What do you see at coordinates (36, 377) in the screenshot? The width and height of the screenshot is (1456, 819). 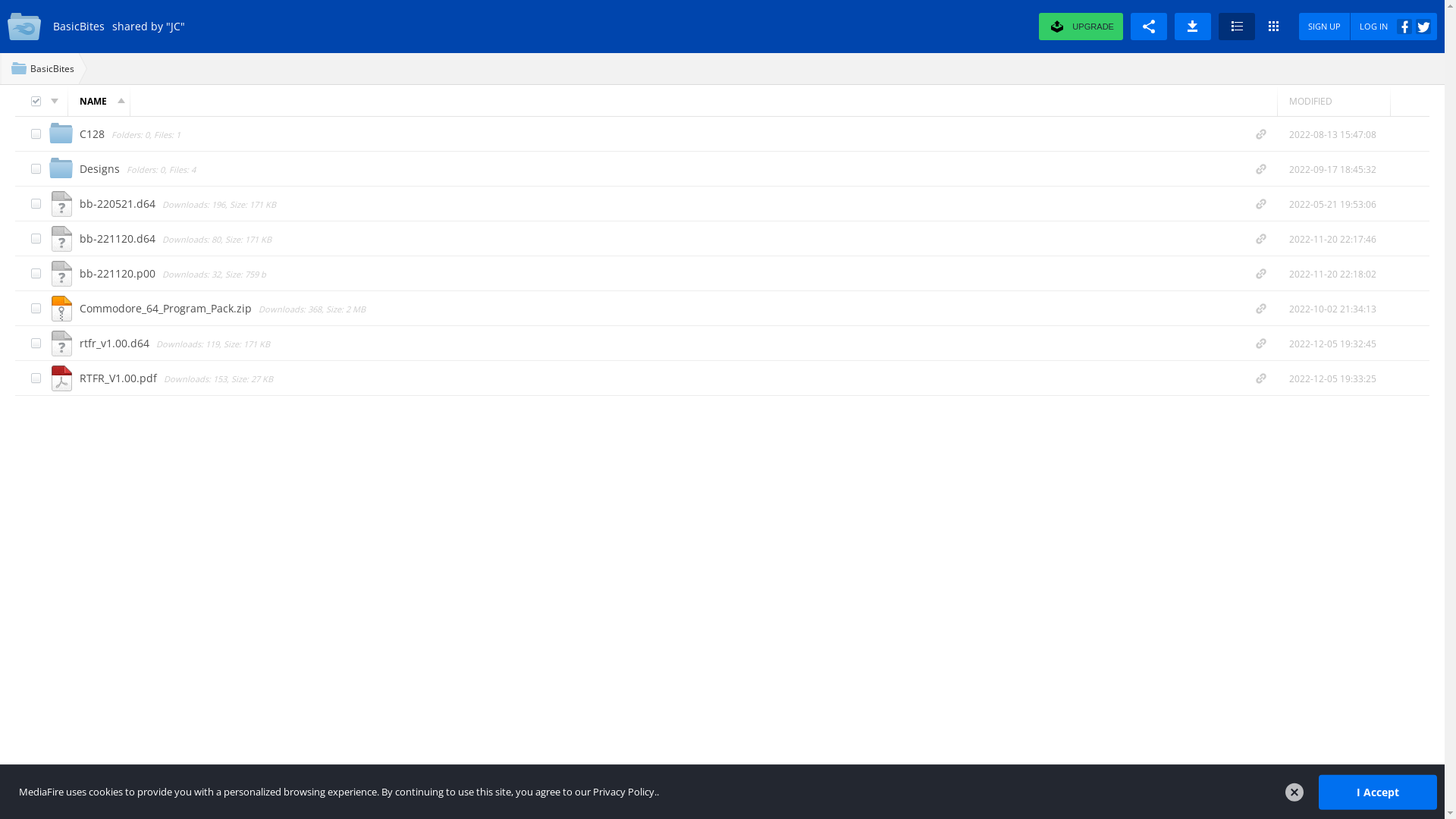 I see `'Select/Deselect Item'` at bounding box center [36, 377].